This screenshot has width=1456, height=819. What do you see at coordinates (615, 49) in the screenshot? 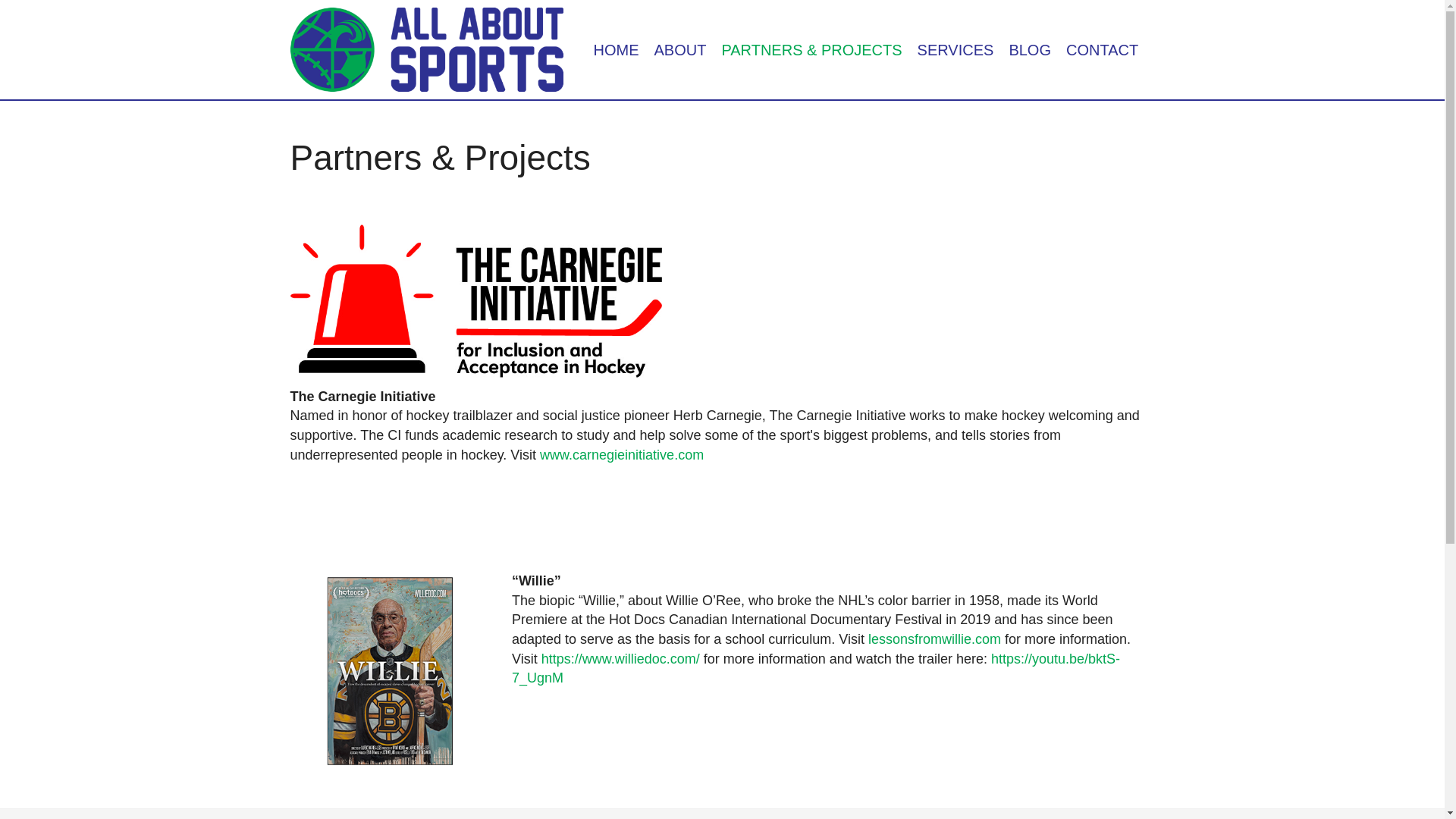
I see `'HOME'` at bounding box center [615, 49].